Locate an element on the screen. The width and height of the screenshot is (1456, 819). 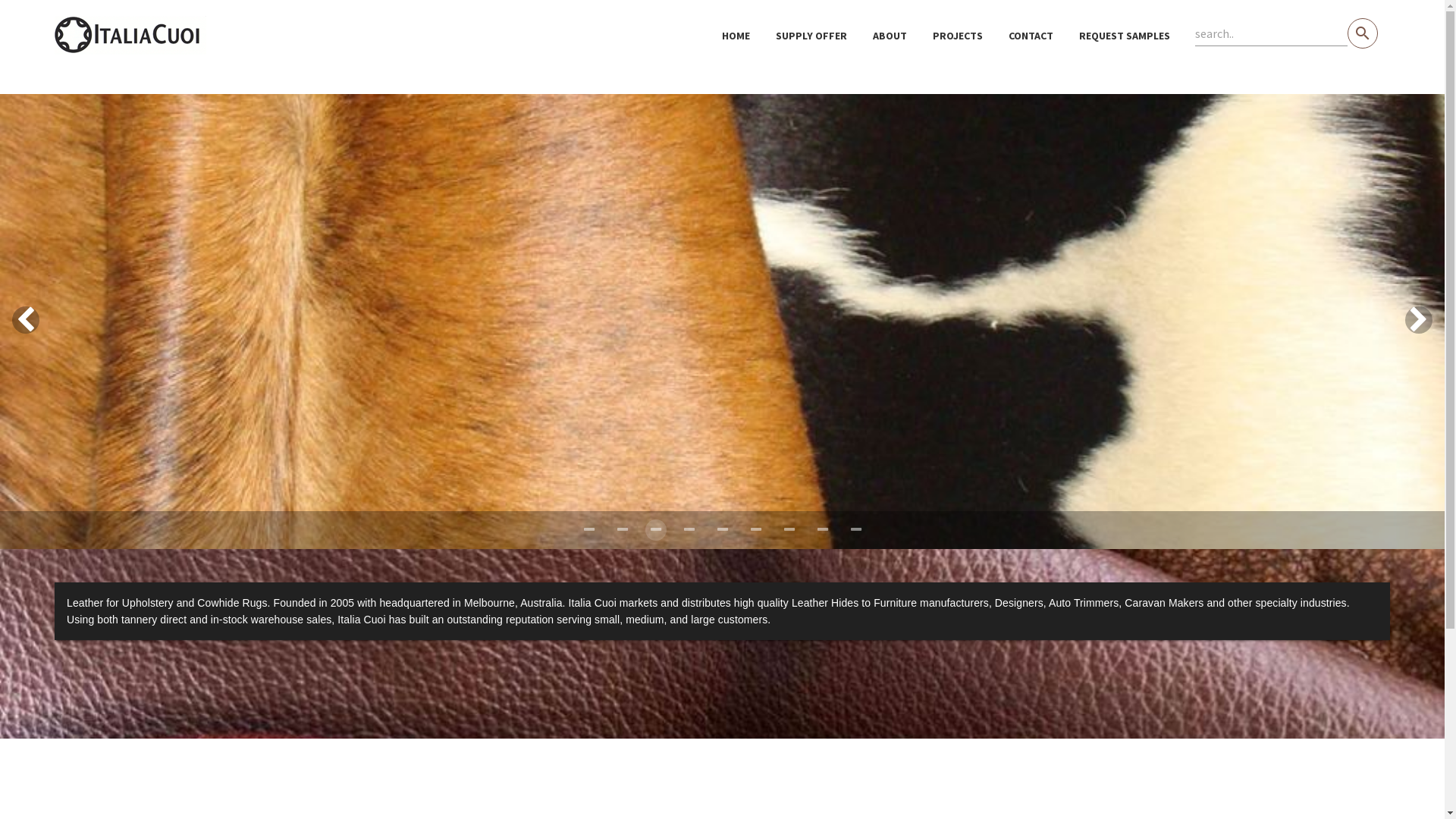
'CONTACT' is located at coordinates (1031, 34).